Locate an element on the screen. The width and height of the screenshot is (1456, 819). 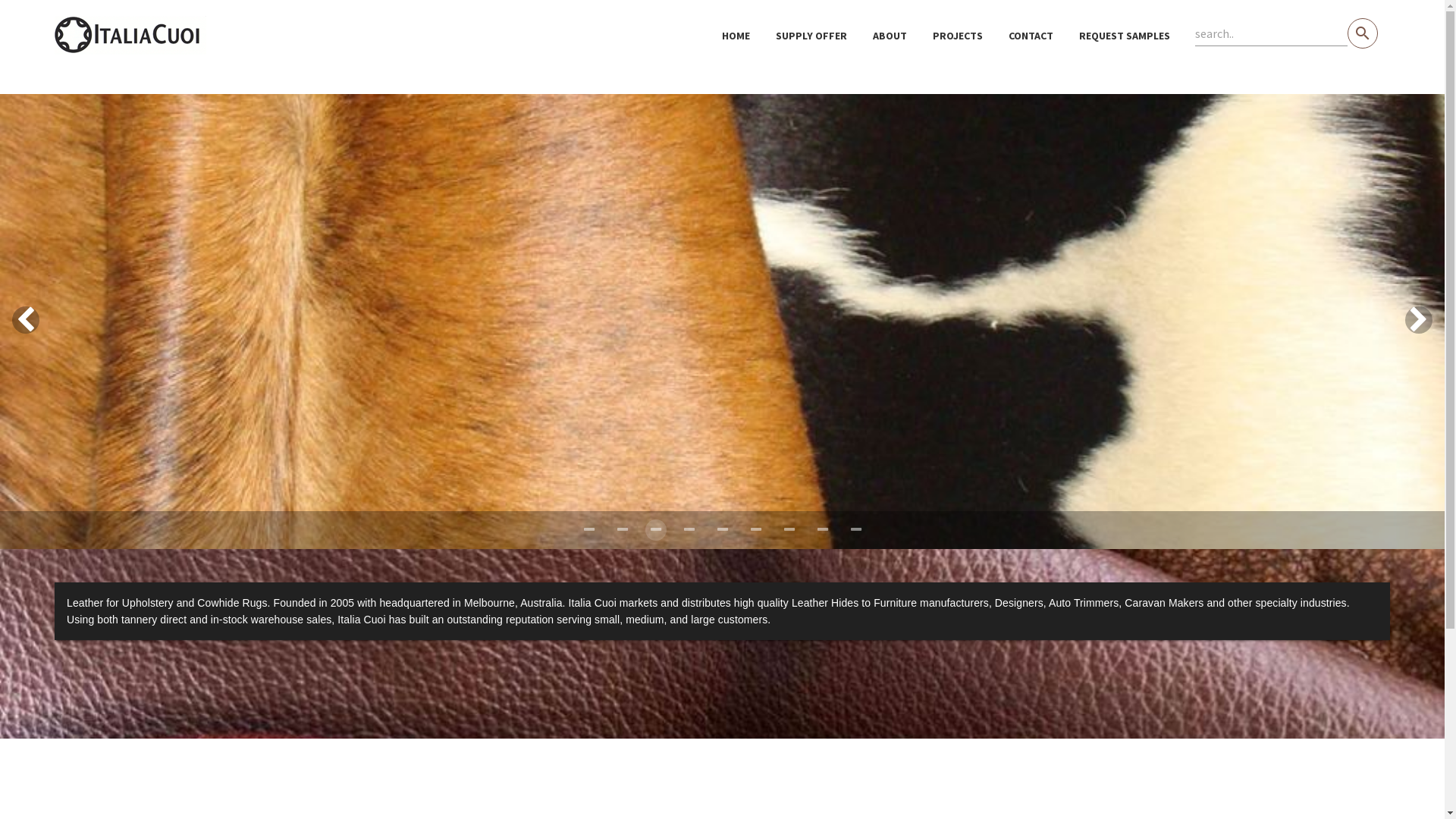
'CONTACT' is located at coordinates (1031, 34).